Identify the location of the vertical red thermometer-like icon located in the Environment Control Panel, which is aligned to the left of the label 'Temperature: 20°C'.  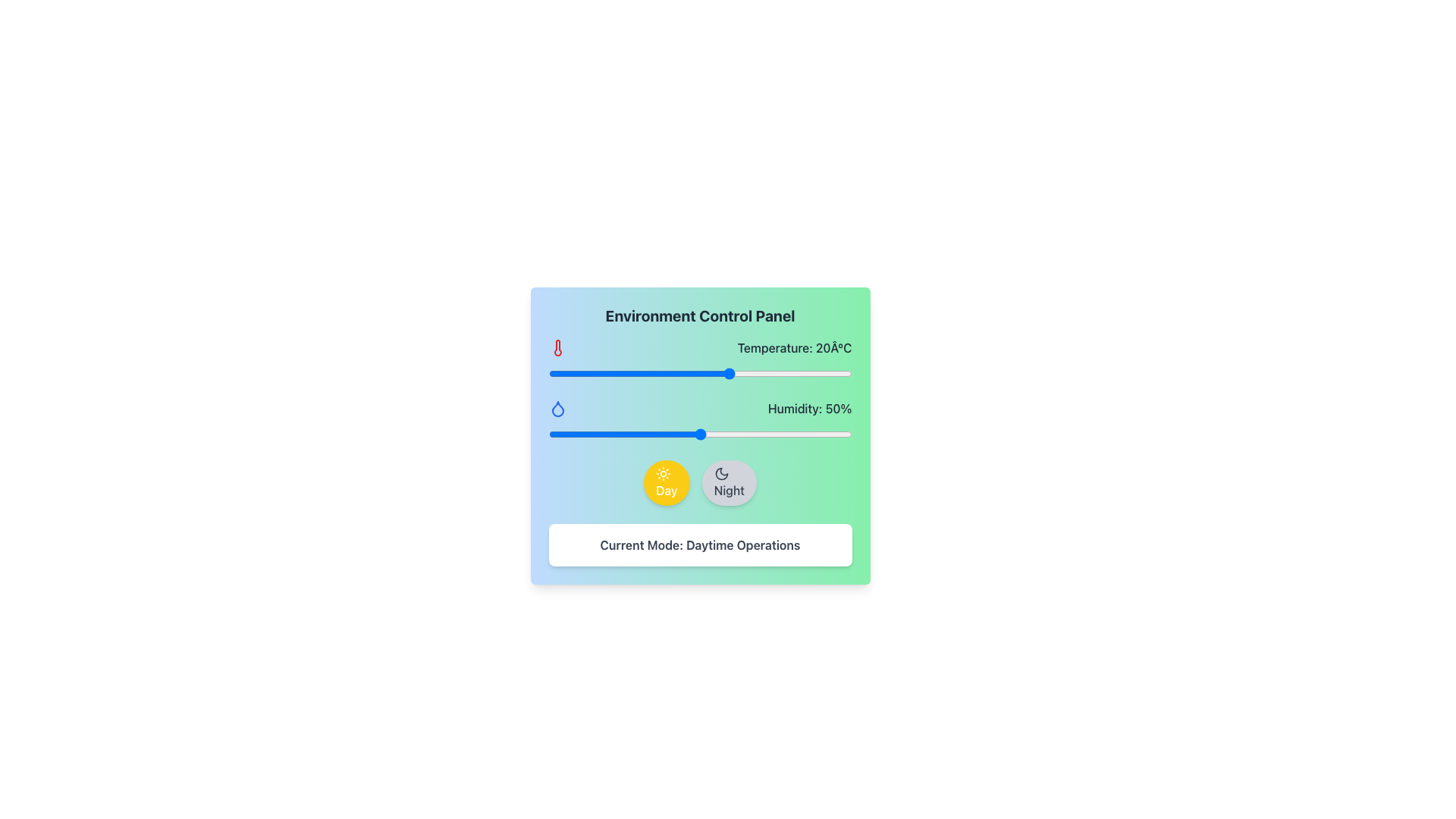
(557, 348).